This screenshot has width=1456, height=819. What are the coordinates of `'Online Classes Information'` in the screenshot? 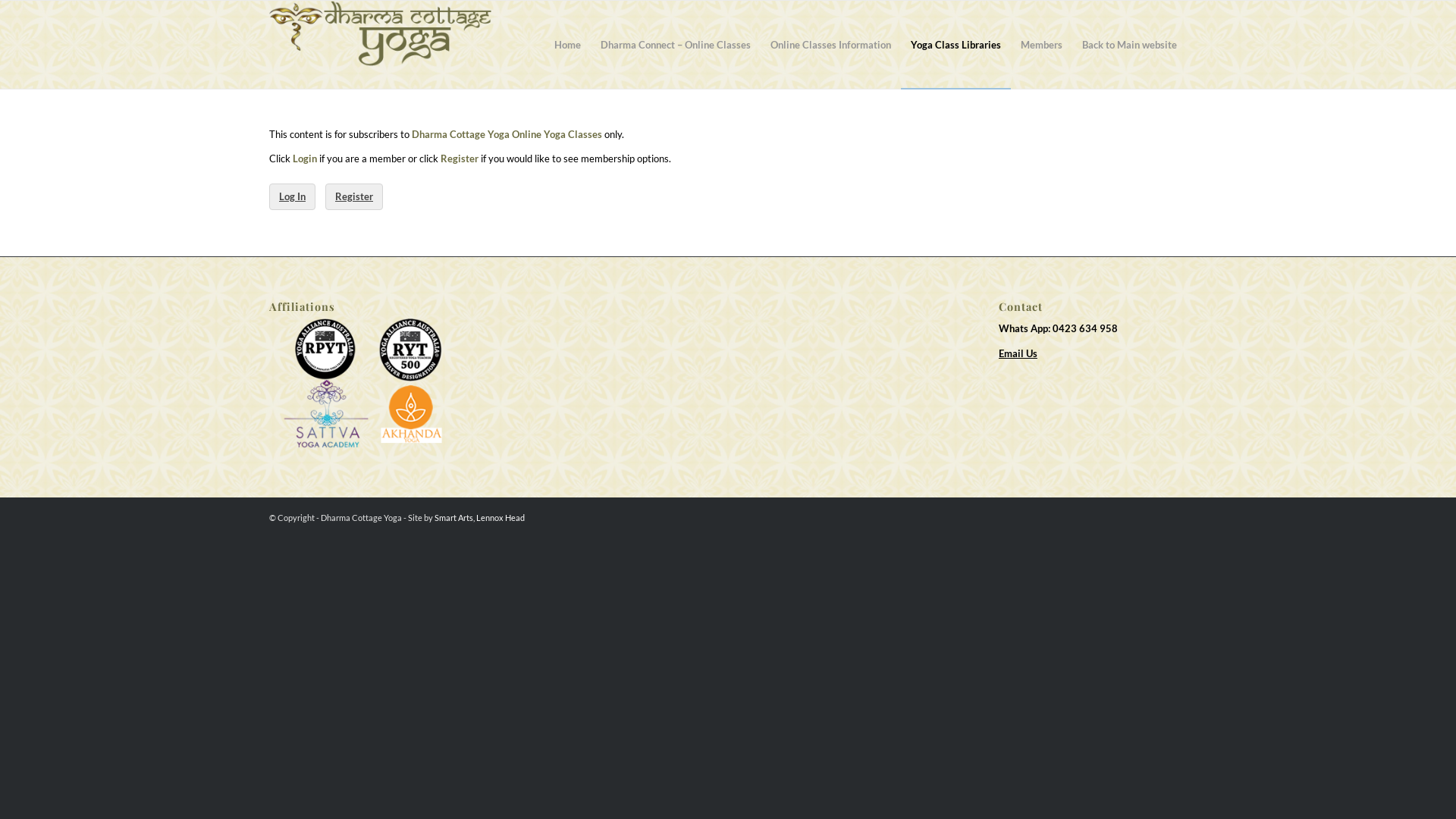 It's located at (830, 43).